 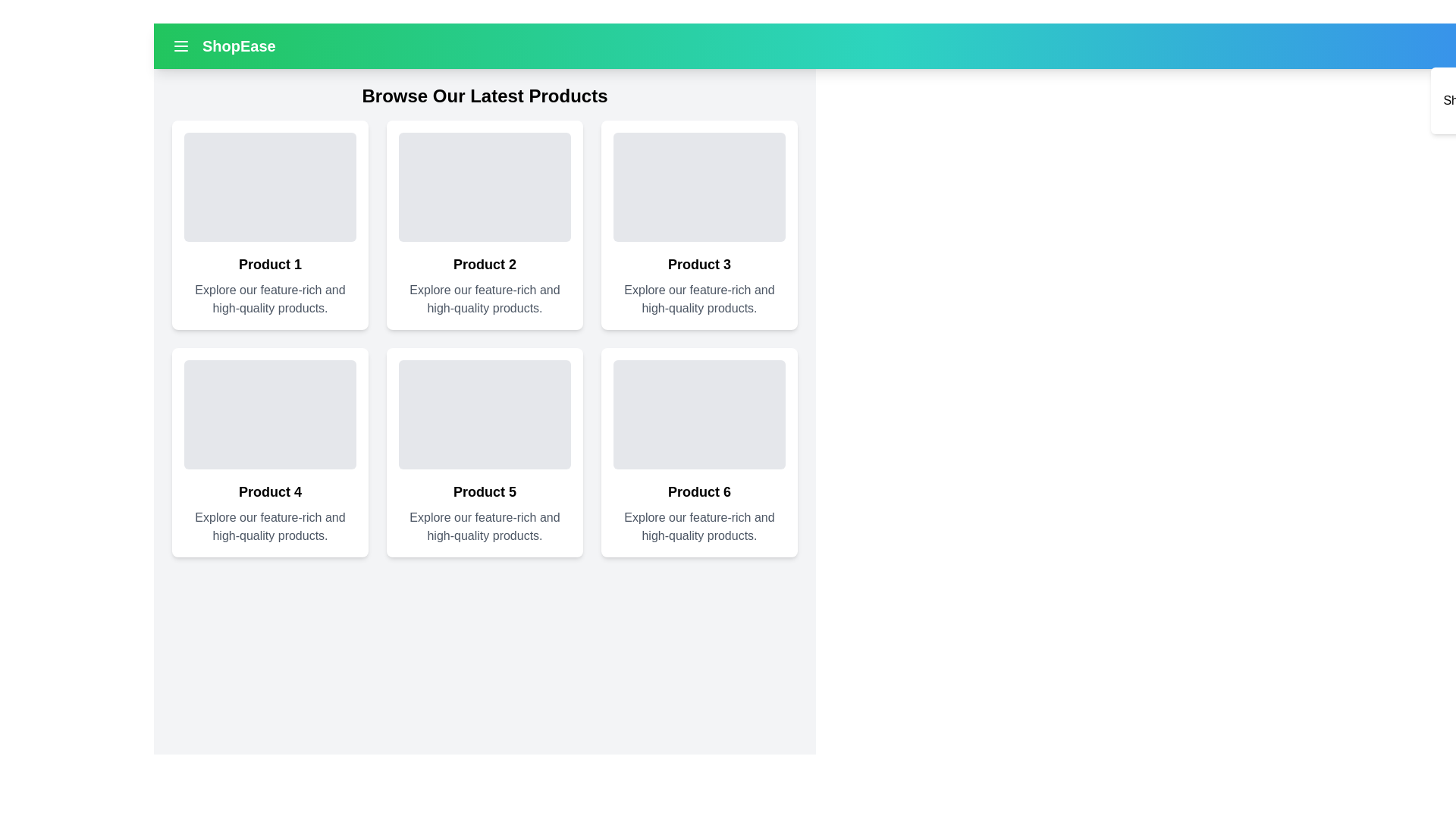 I want to click on the descriptive text for the 'Product 2' card, located at the bottom of the card in the middle of a 3x2 grid layout, so click(x=484, y=299).